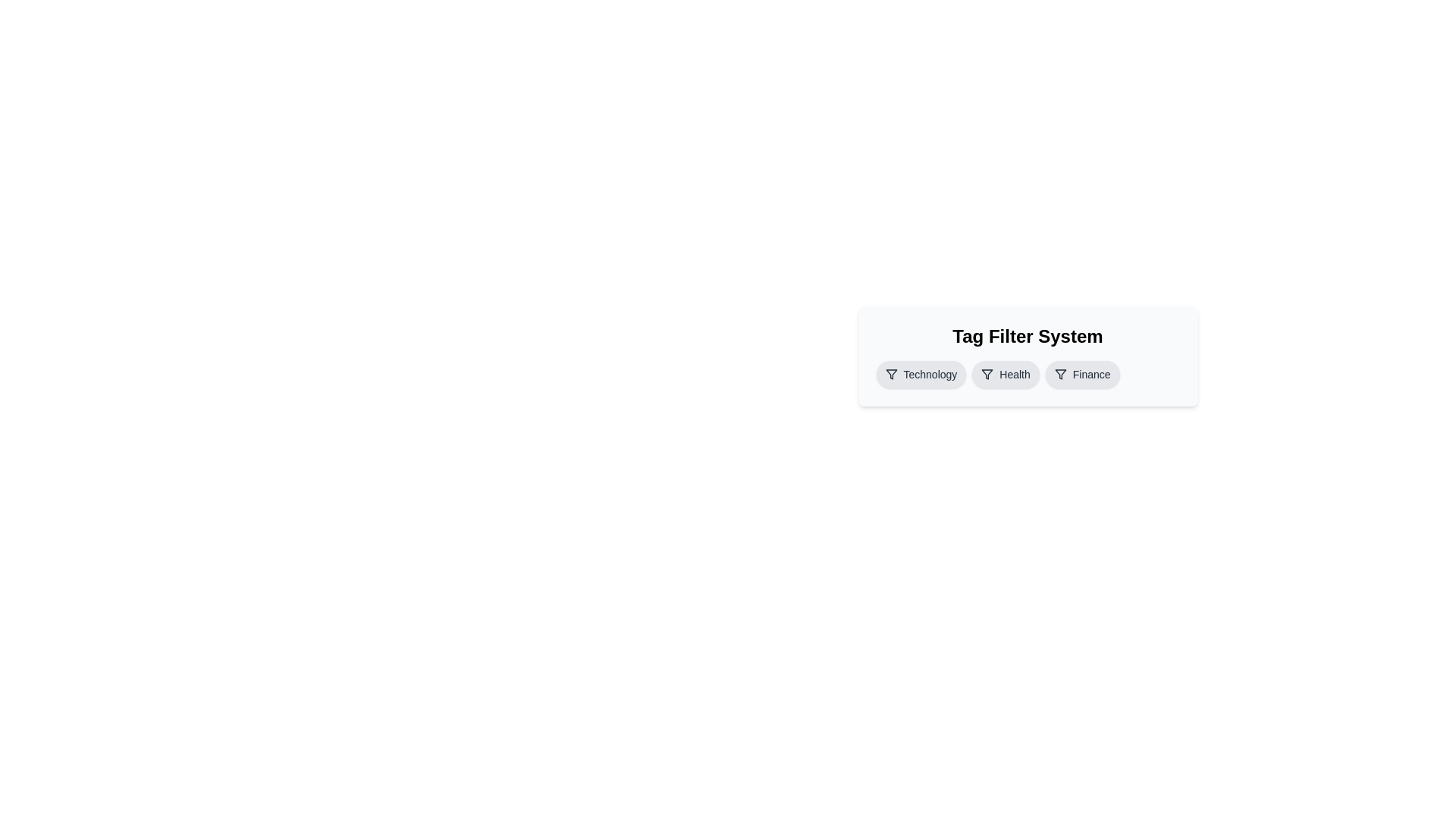 This screenshot has height=819, width=1456. Describe the element at coordinates (1006, 374) in the screenshot. I see `the tag labeled Health to inspect its label` at that location.